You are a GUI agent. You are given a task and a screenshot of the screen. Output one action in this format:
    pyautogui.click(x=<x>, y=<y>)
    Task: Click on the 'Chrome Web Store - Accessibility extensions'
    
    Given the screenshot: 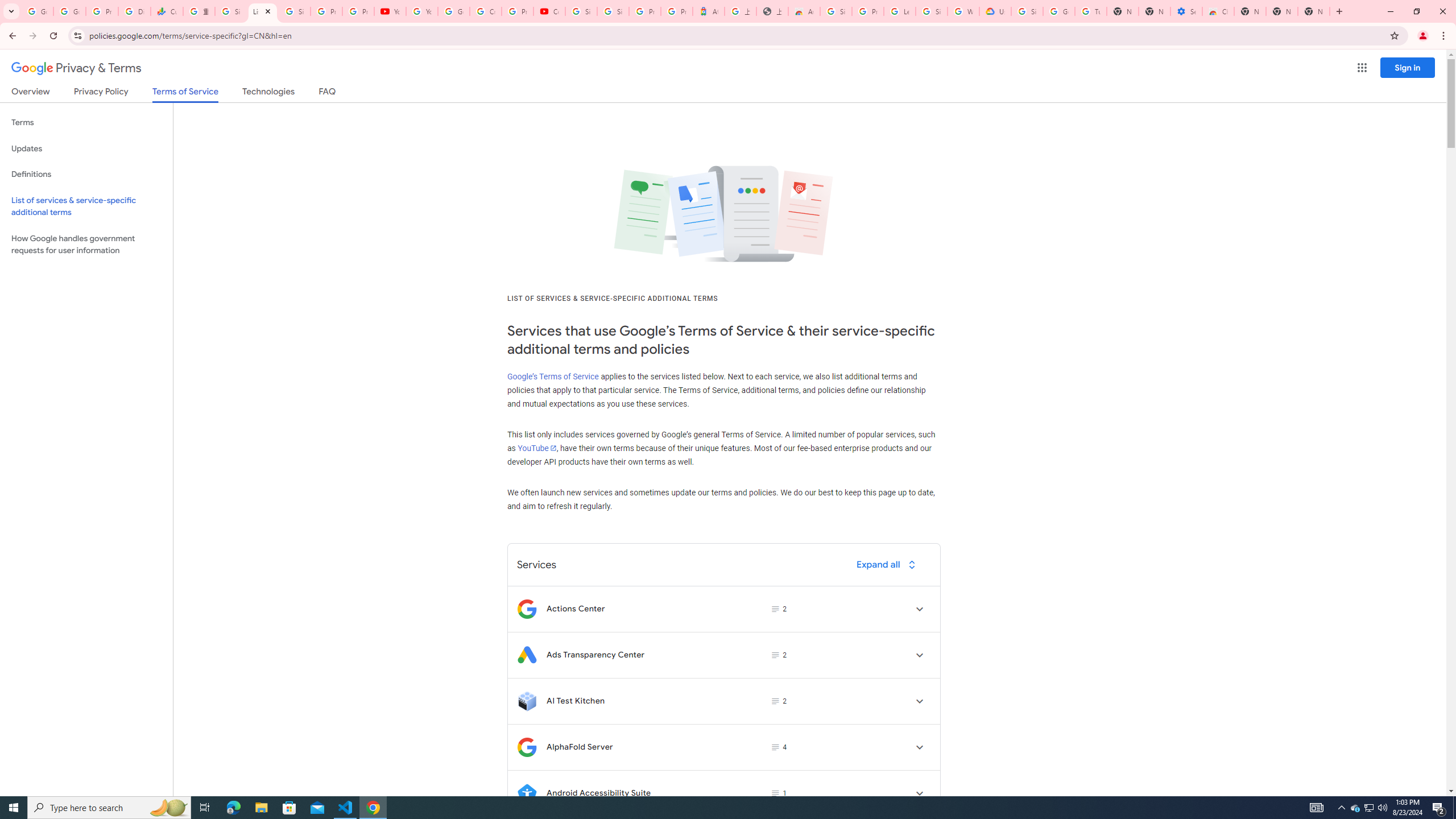 What is the action you would take?
    pyautogui.click(x=1217, y=11)
    